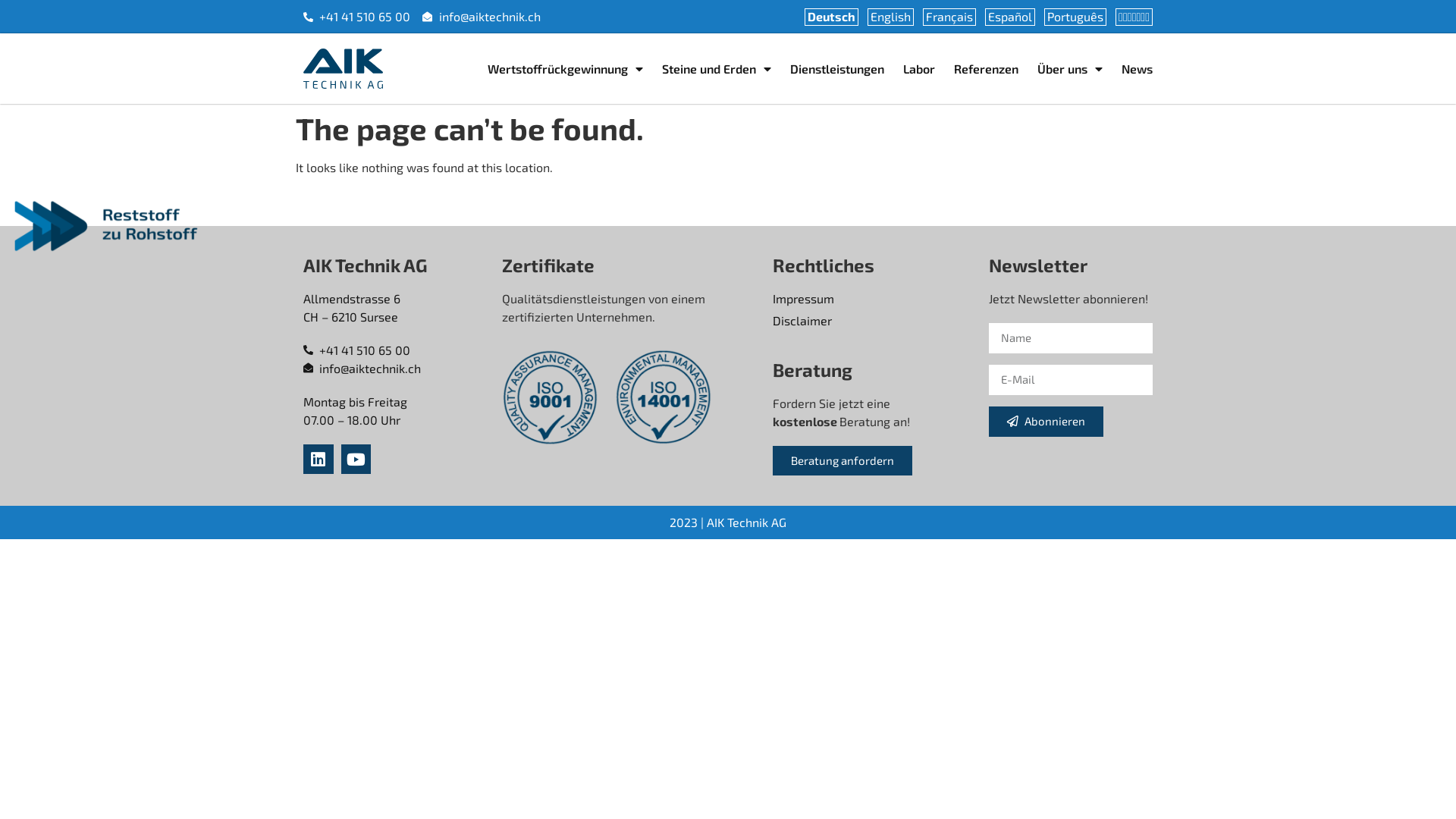  I want to click on 'Dienstleistungen', so click(836, 69).